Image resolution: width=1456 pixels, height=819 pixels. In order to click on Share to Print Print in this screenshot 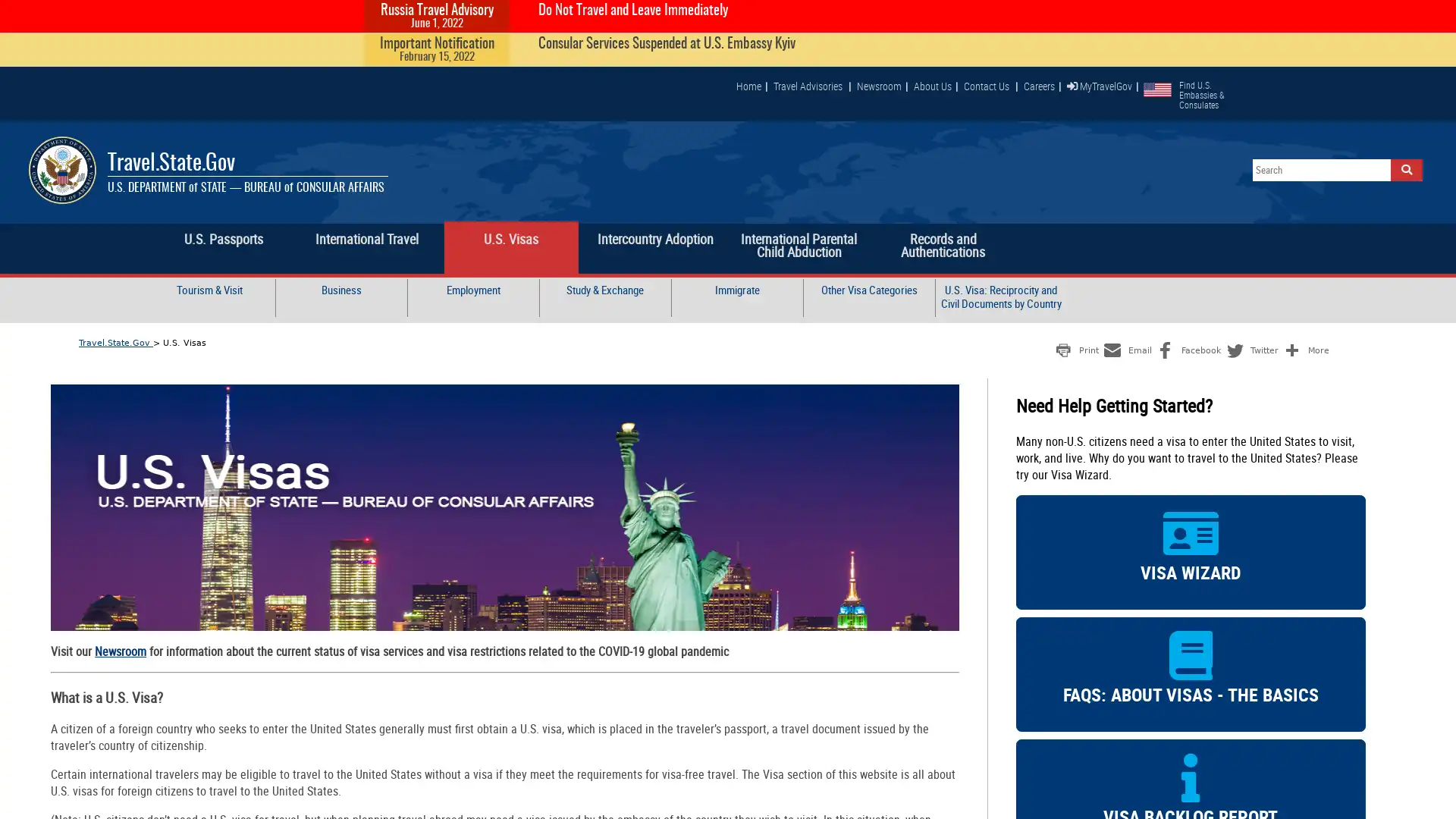, I will do `click(1075, 350)`.